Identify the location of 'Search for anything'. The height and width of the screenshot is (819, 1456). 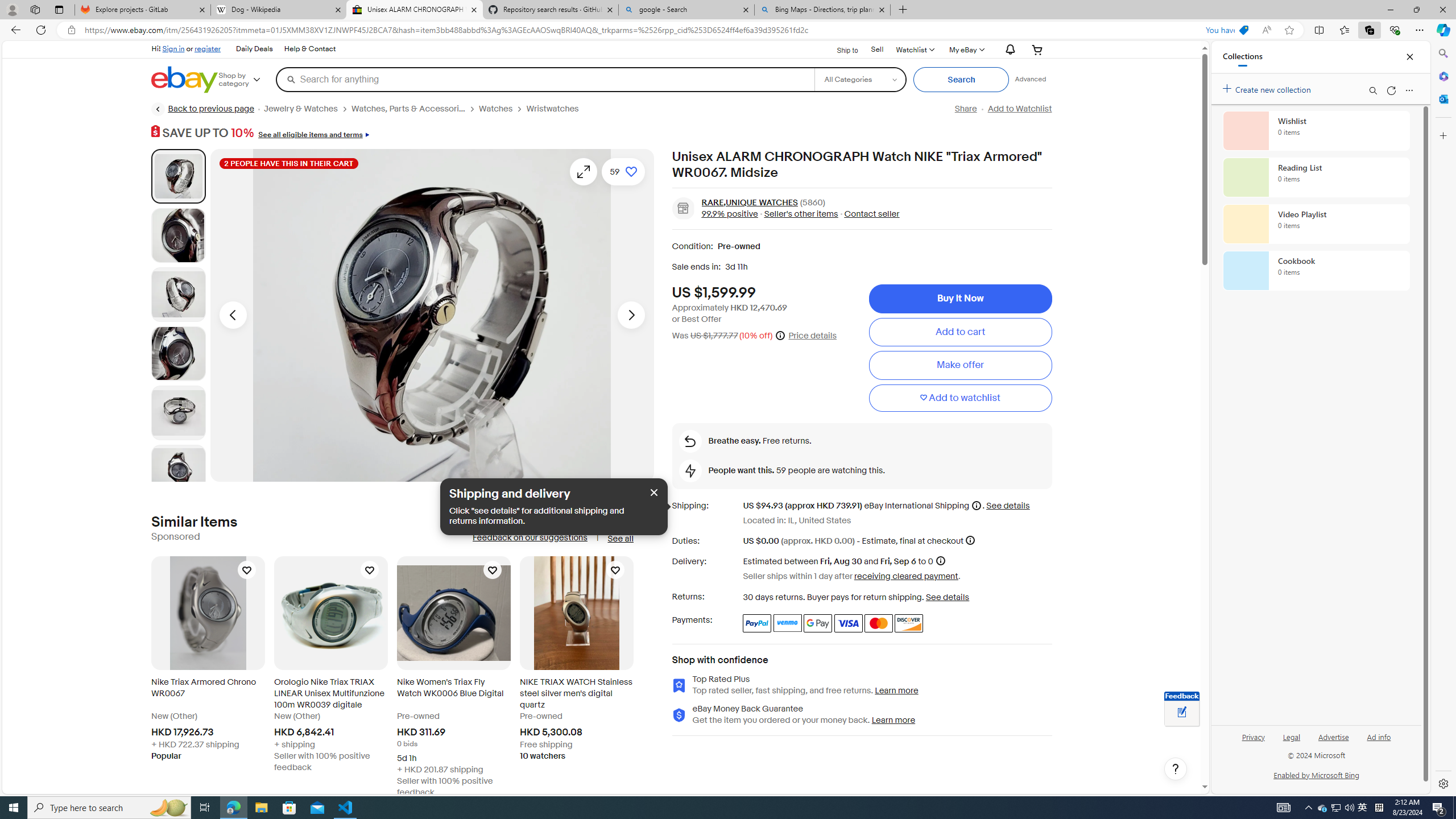
(544, 78).